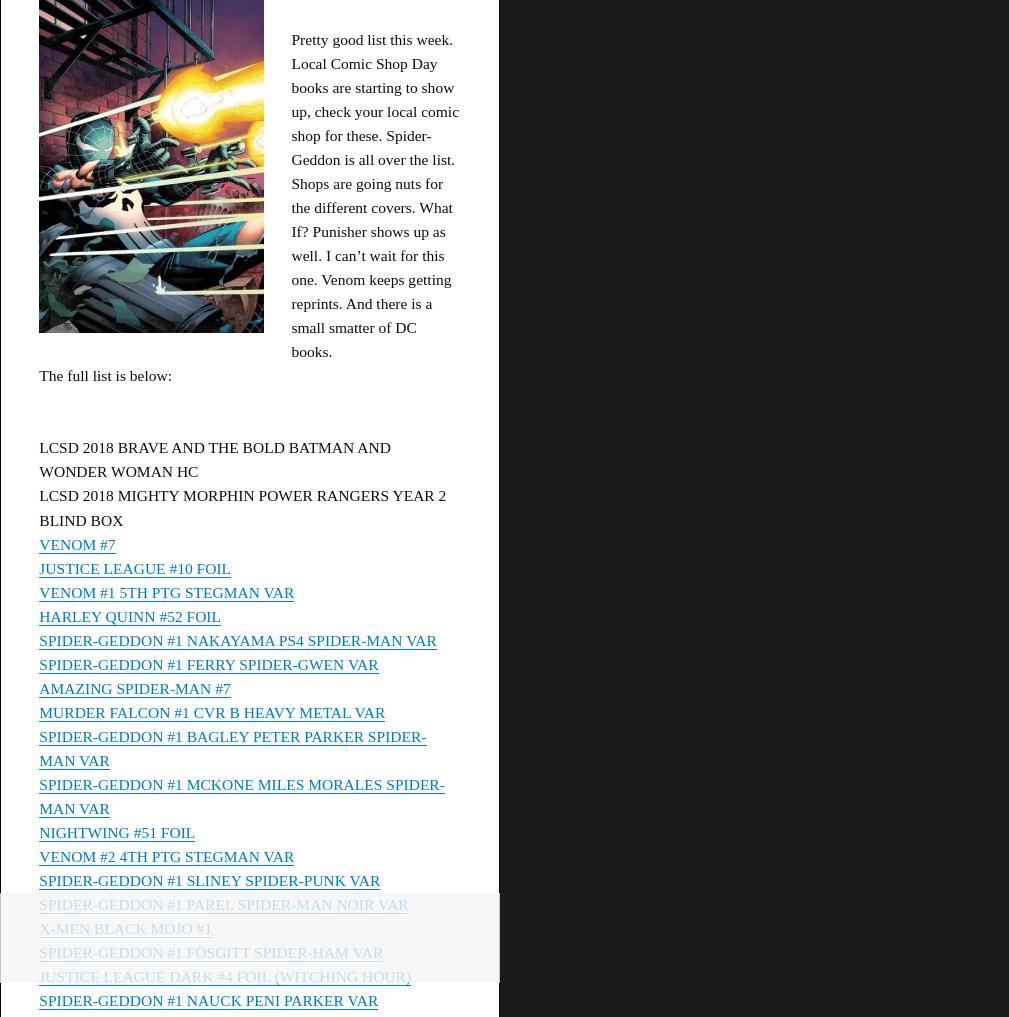 Image resolution: width=1009 pixels, height=1017 pixels. I want to click on 'VENOM #2 4TH PTG STEGMAN VAR', so click(165, 856).